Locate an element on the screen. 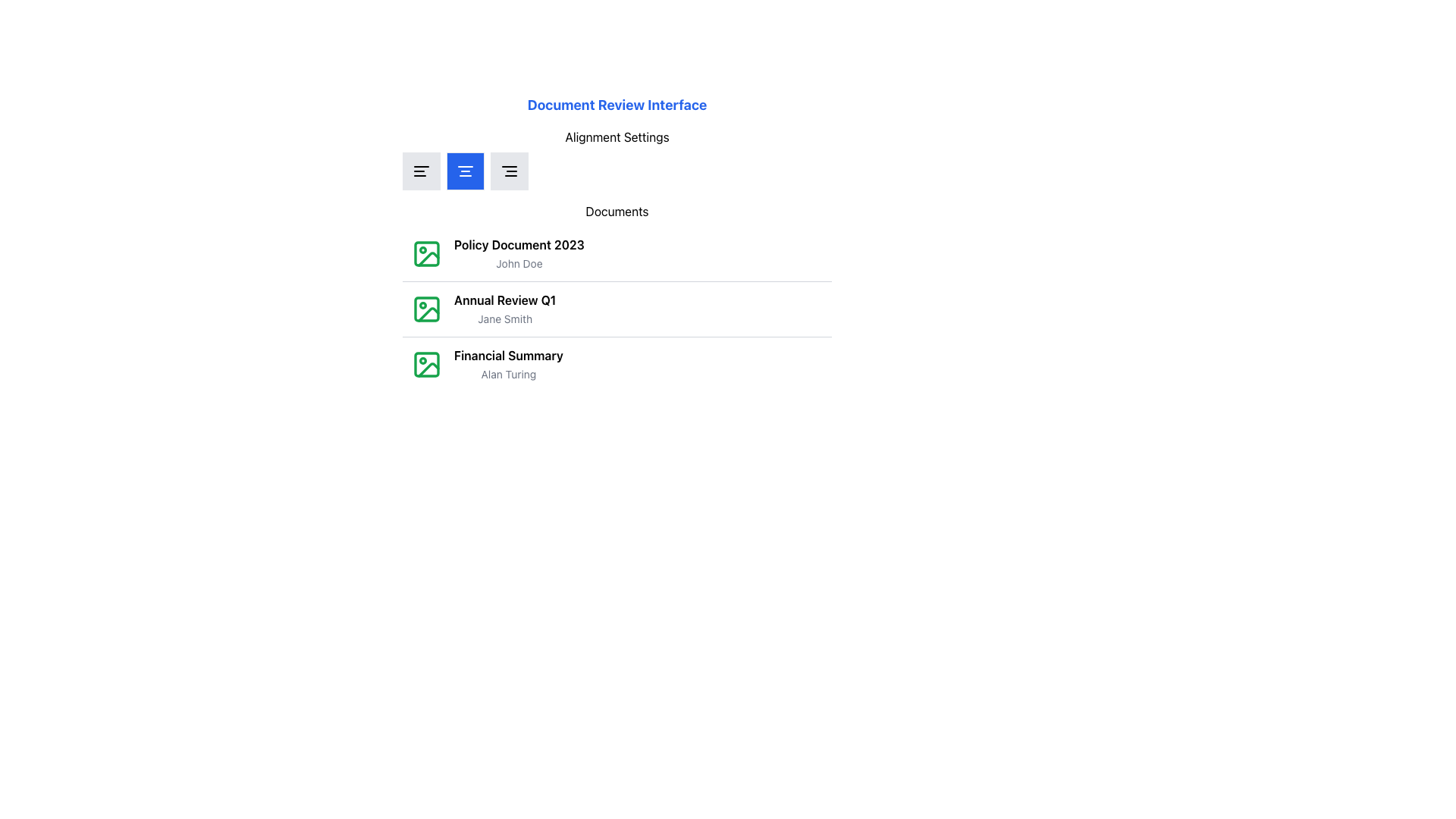 Image resolution: width=1456 pixels, height=819 pixels. text of the header label located at the top of the document list, which identifies the section's content is located at coordinates (617, 211).